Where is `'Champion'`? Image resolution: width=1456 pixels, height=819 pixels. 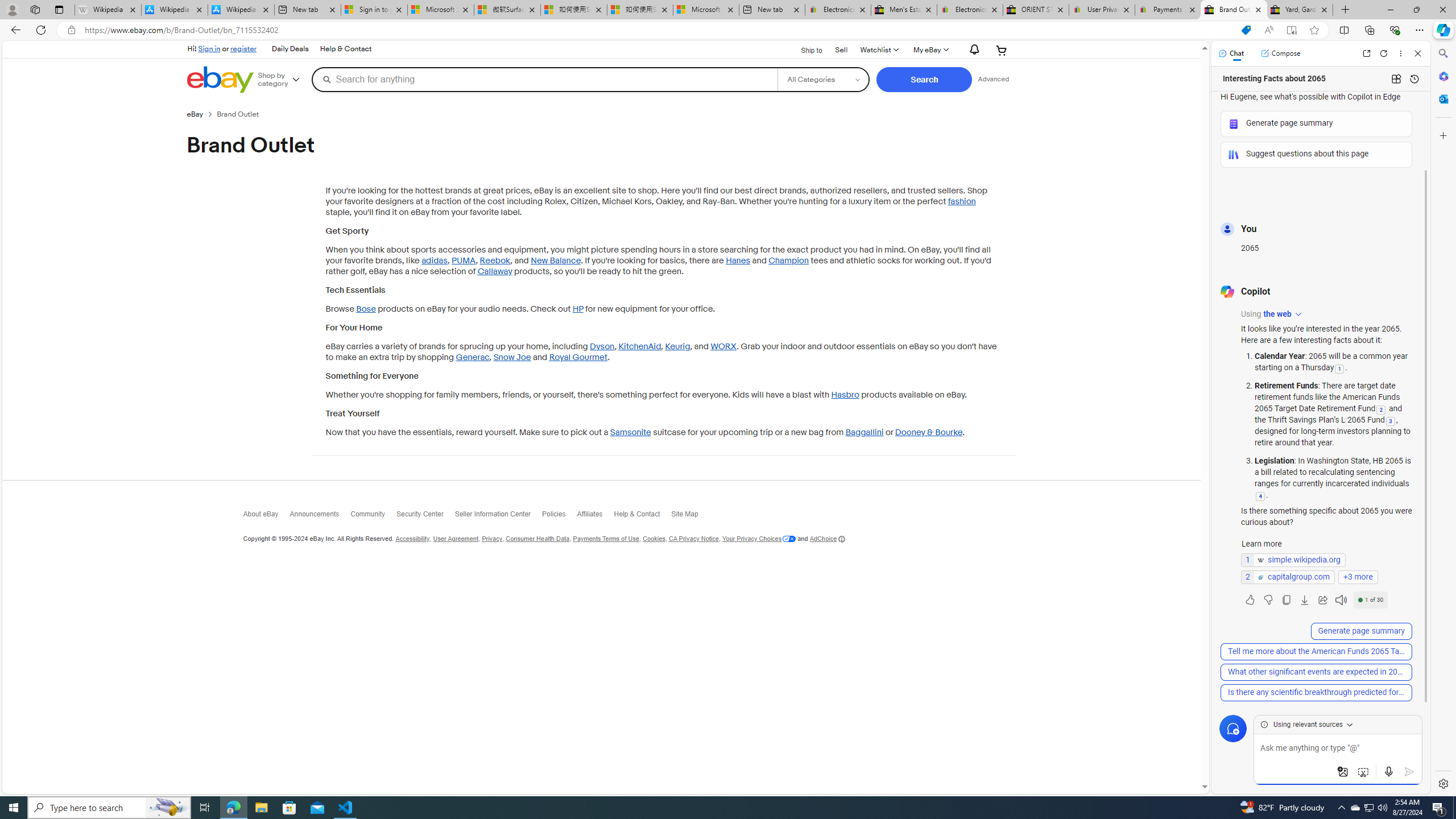 'Champion' is located at coordinates (788, 260).